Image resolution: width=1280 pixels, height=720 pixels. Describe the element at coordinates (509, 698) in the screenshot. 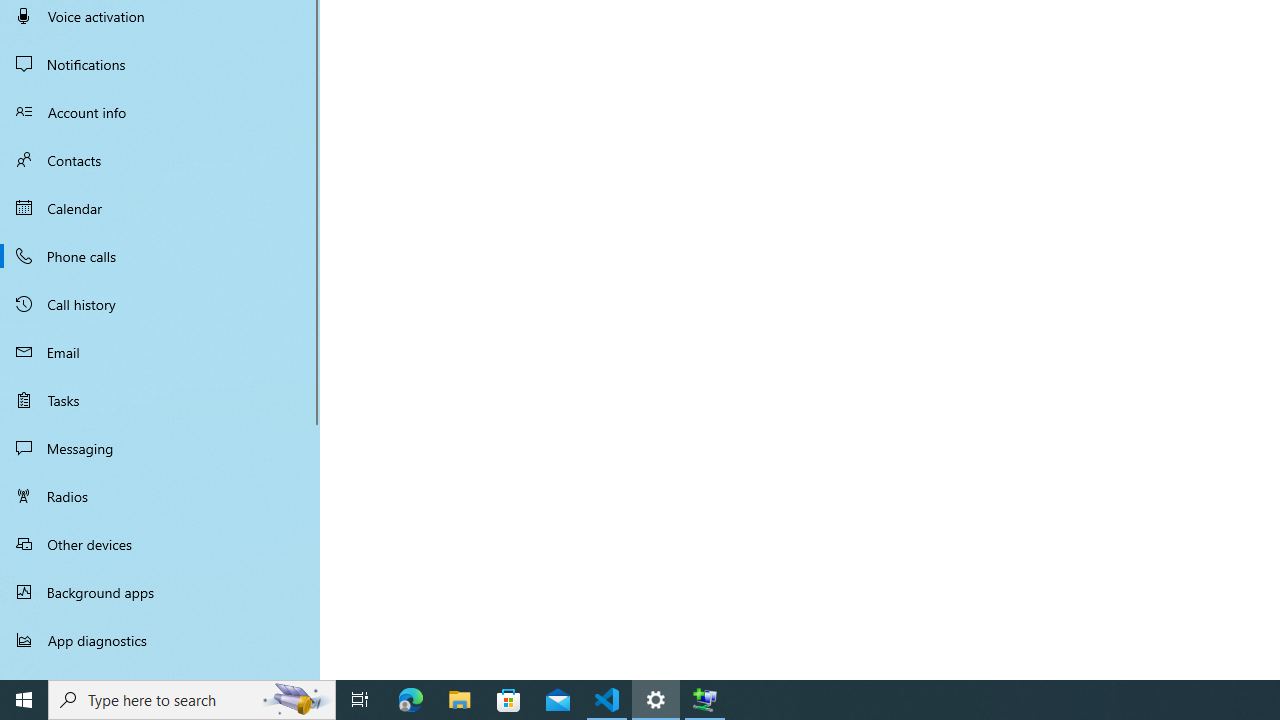

I see `'Microsoft Store'` at that location.